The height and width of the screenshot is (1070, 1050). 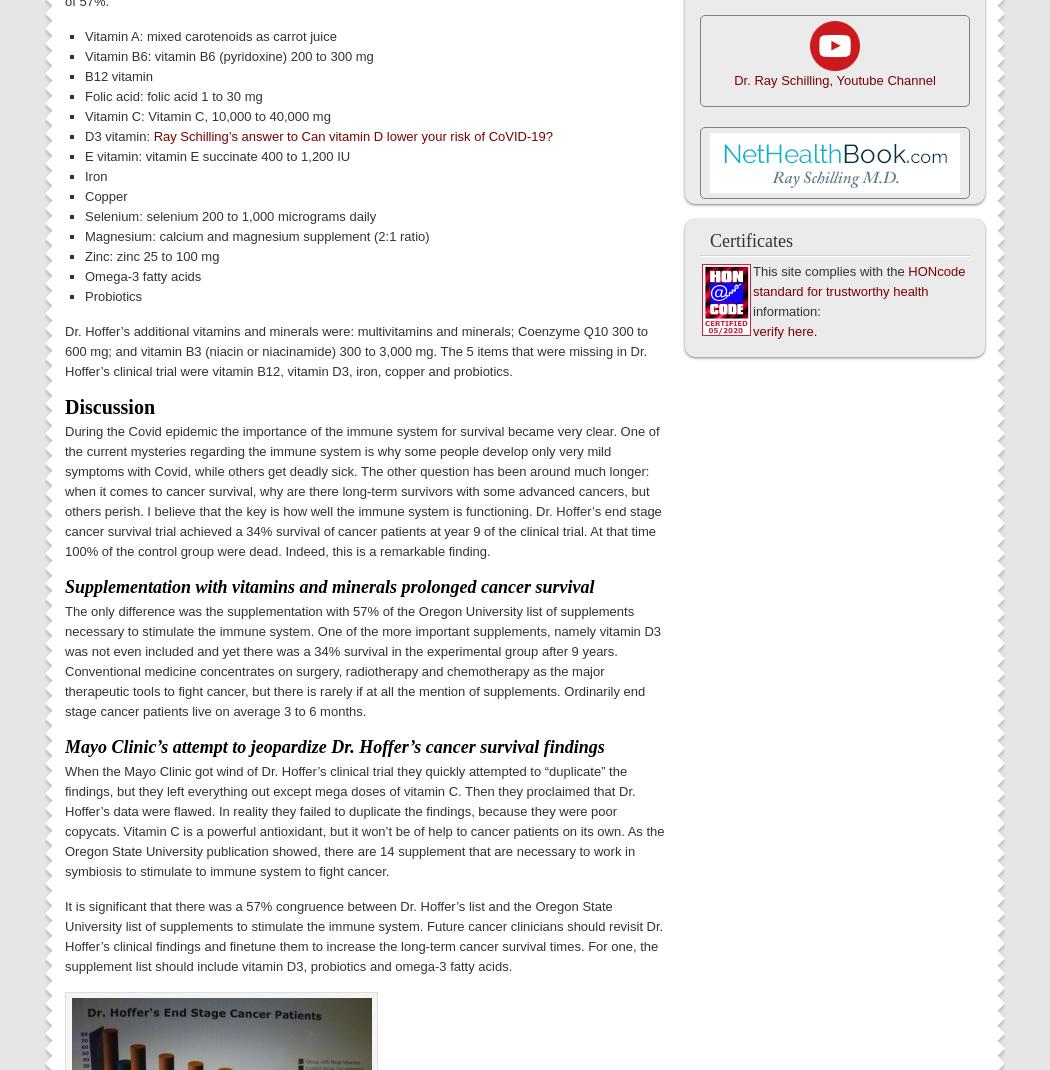 What do you see at coordinates (209, 34) in the screenshot?
I see `'Vitamin A: mixed carotenoids as carrot juice'` at bounding box center [209, 34].